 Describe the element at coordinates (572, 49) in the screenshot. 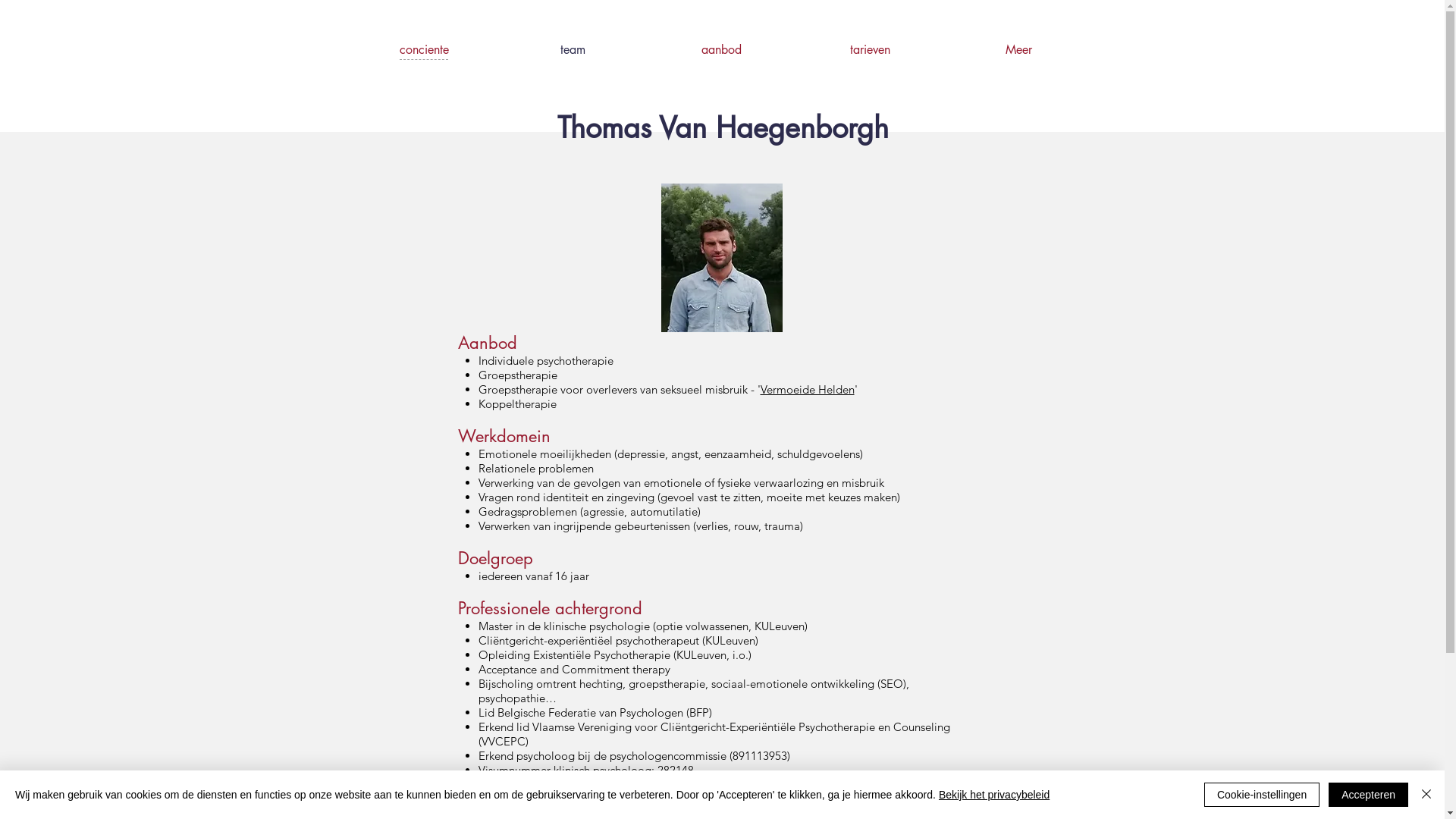

I see `'team'` at that location.